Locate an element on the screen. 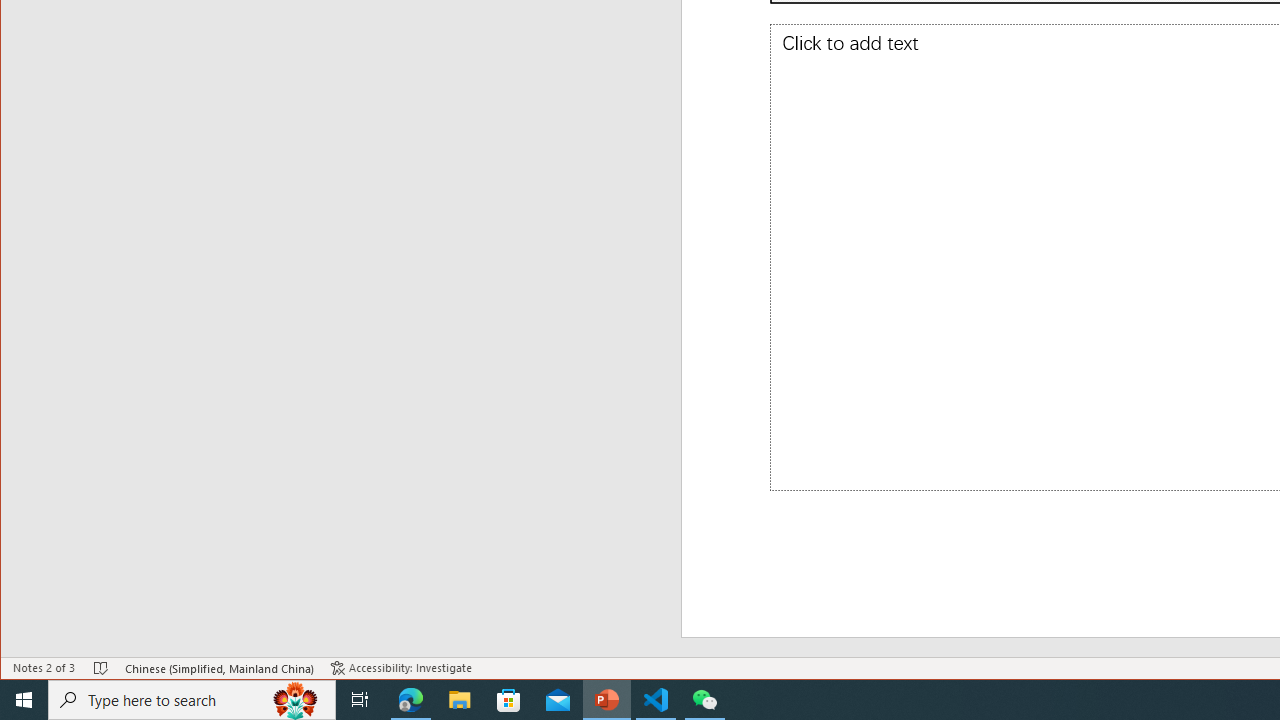  'PowerPoint - 1 running window' is located at coordinates (606, 698).